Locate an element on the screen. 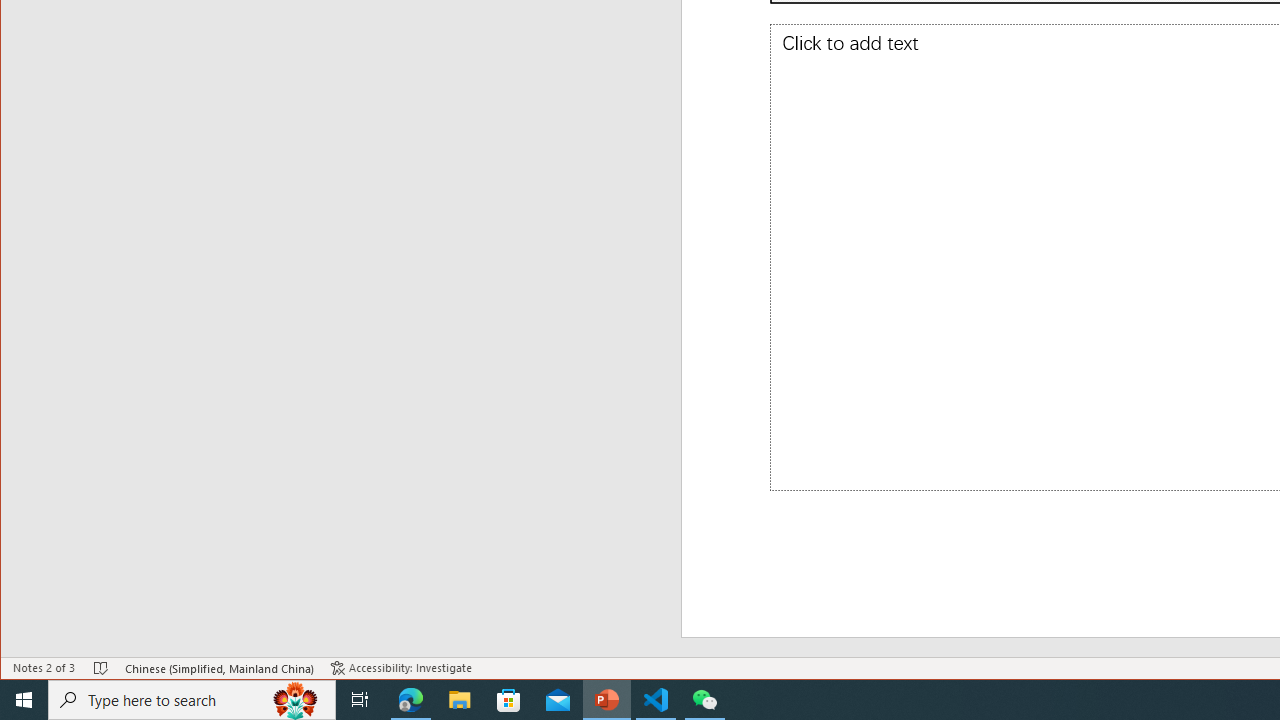  'PowerPoint - 1 running window' is located at coordinates (606, 698).